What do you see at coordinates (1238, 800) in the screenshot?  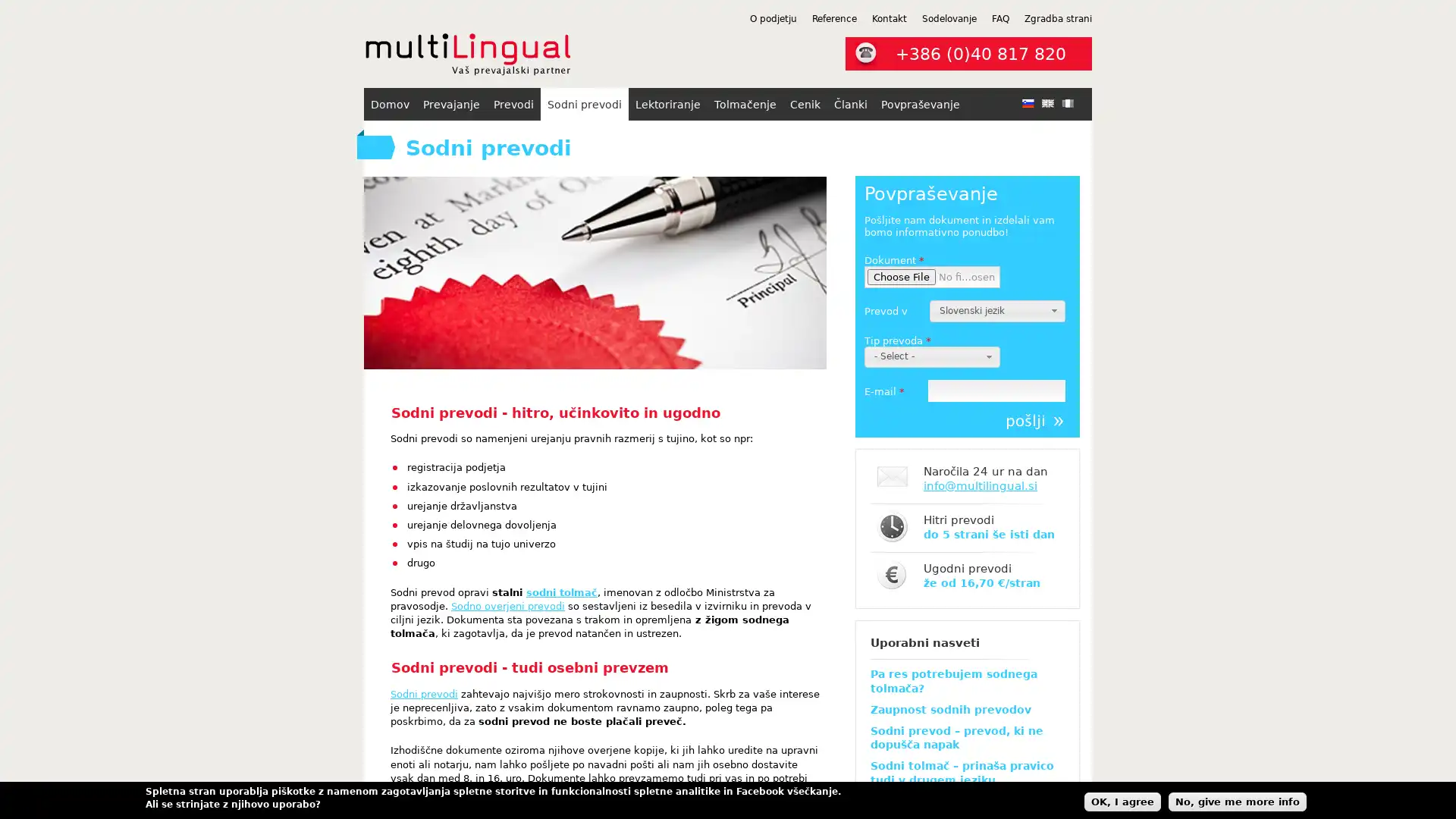 I see `No, give me more info` at bounding box center [1238, 800].